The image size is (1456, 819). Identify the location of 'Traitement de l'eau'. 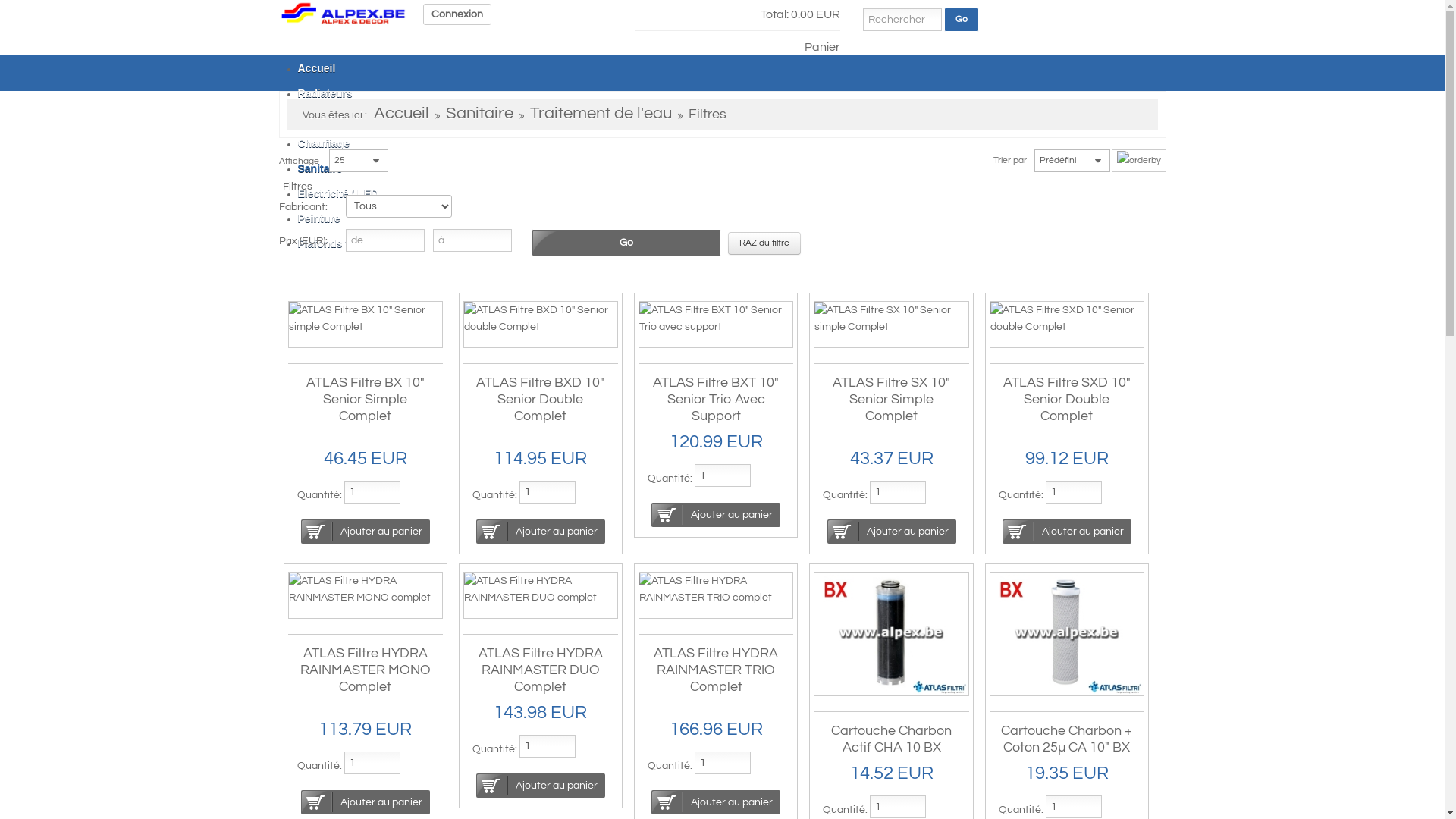
(599, 113).